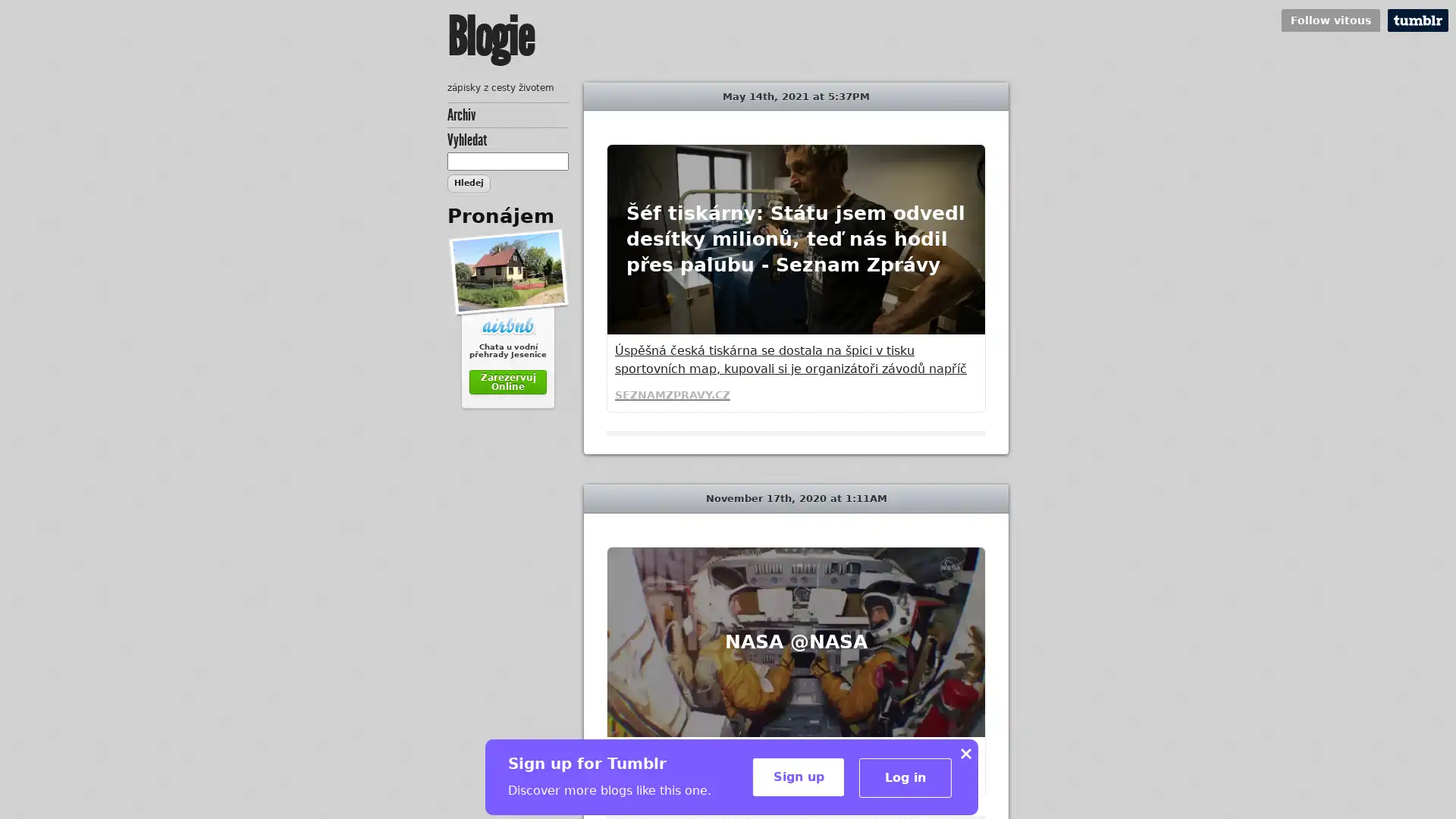  Describe the element at coordinates (468, 183) in the screenshot. I see `Hledej` at that location.